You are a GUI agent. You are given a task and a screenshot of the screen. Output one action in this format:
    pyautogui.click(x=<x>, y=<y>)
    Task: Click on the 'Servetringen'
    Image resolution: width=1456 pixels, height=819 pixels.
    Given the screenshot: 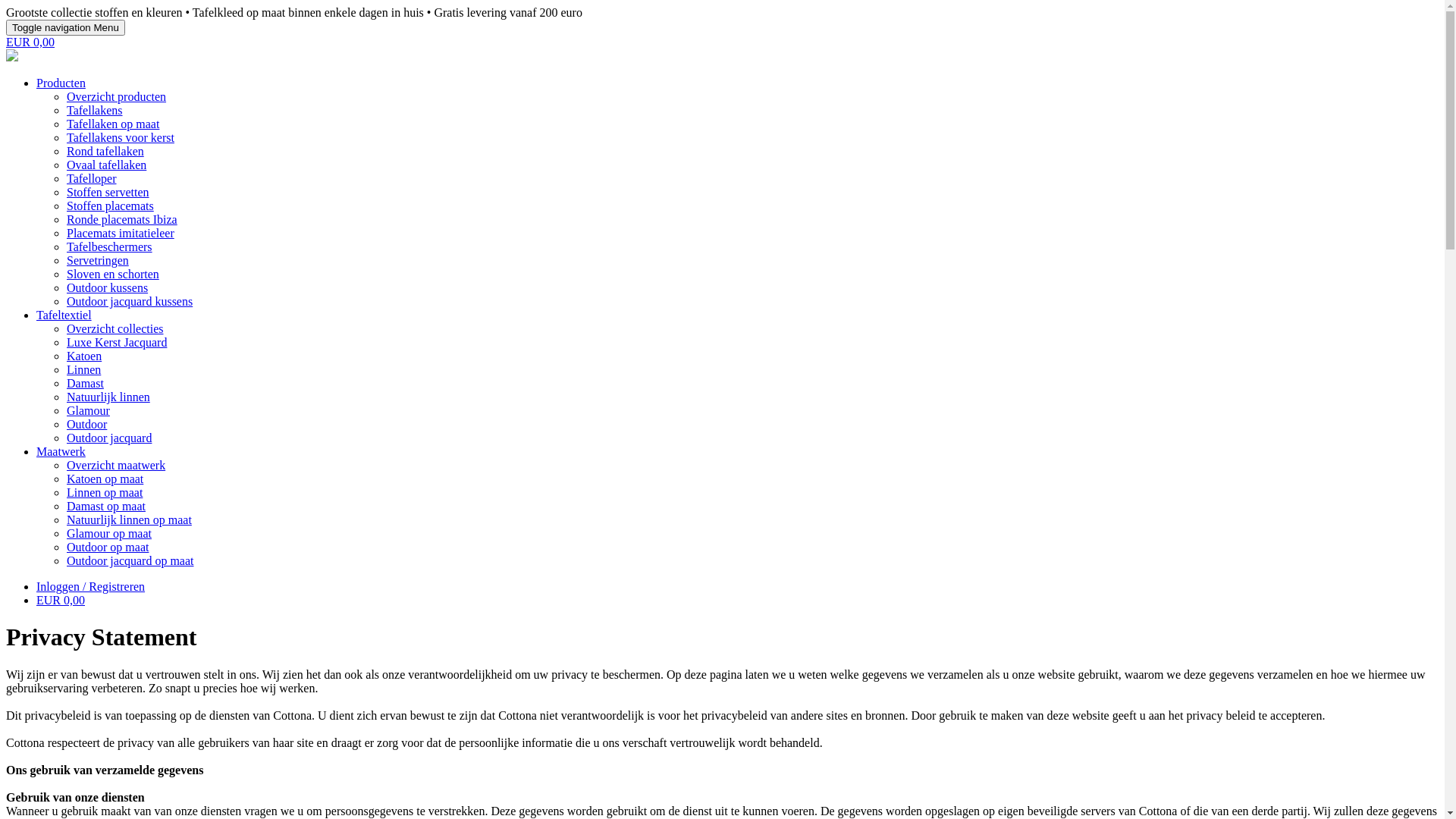 What is the action you would take?
    pyautogui.click(x=65, y=259)
    